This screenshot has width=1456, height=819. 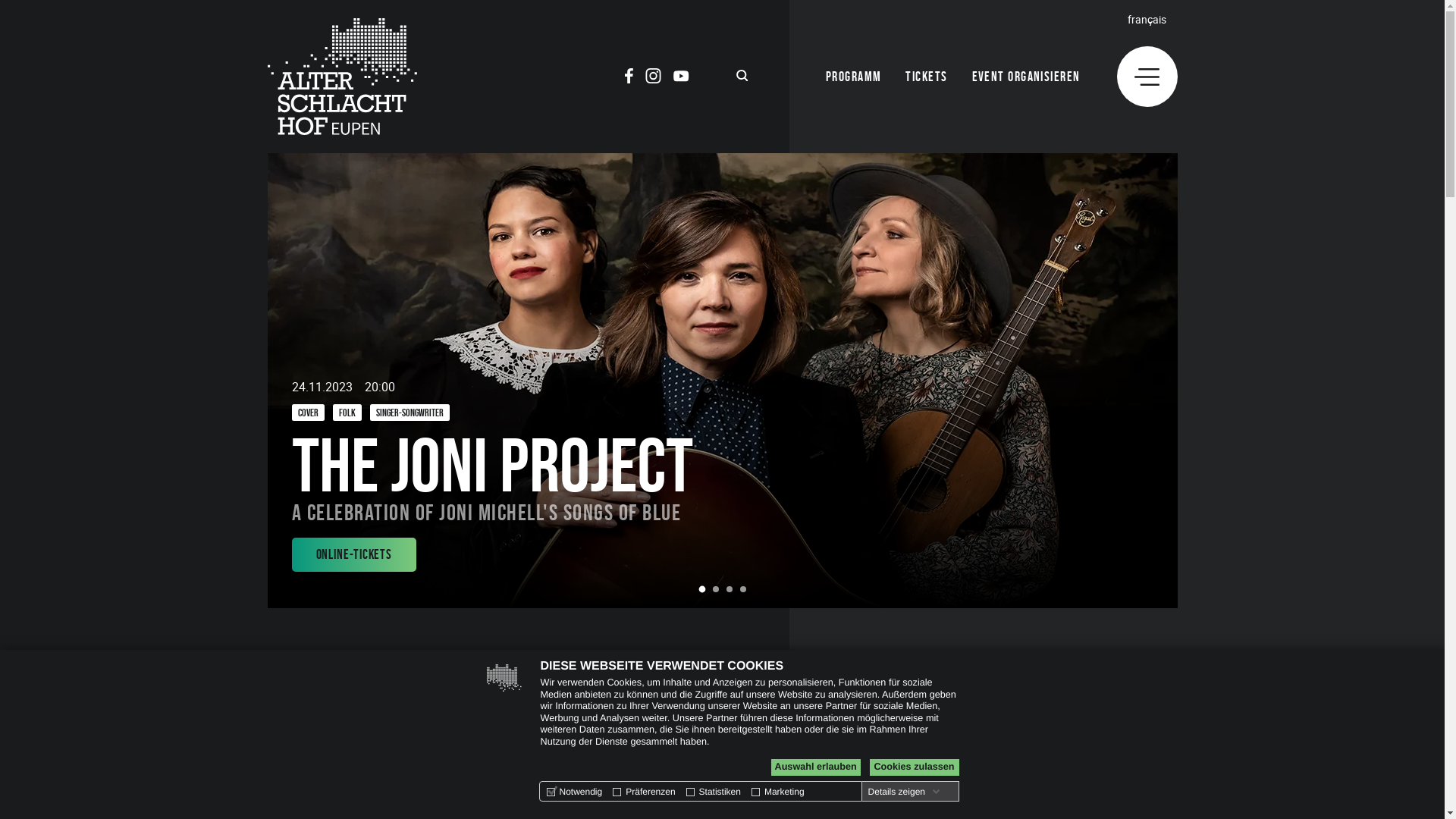 What do you see at coordinates (865, 791) in the screenshot?
I see `'Details zeigen'` at bounding box center [865, 791].